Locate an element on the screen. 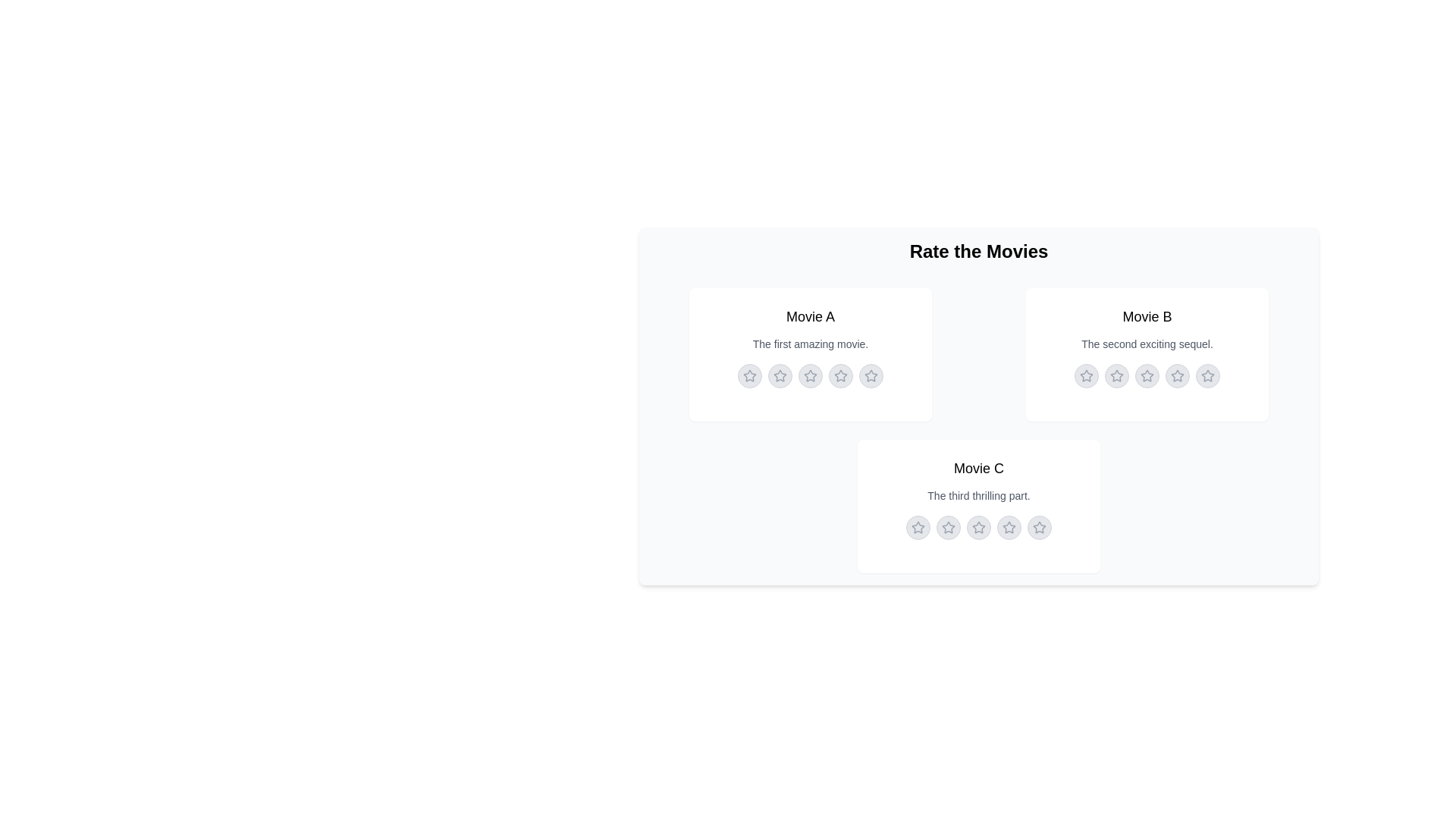 The height and width of the screenshot is (819, 1456). the fifth rating star icon in the series of five stars under the text 'Movie B' is located at coordinates (1207, 375).